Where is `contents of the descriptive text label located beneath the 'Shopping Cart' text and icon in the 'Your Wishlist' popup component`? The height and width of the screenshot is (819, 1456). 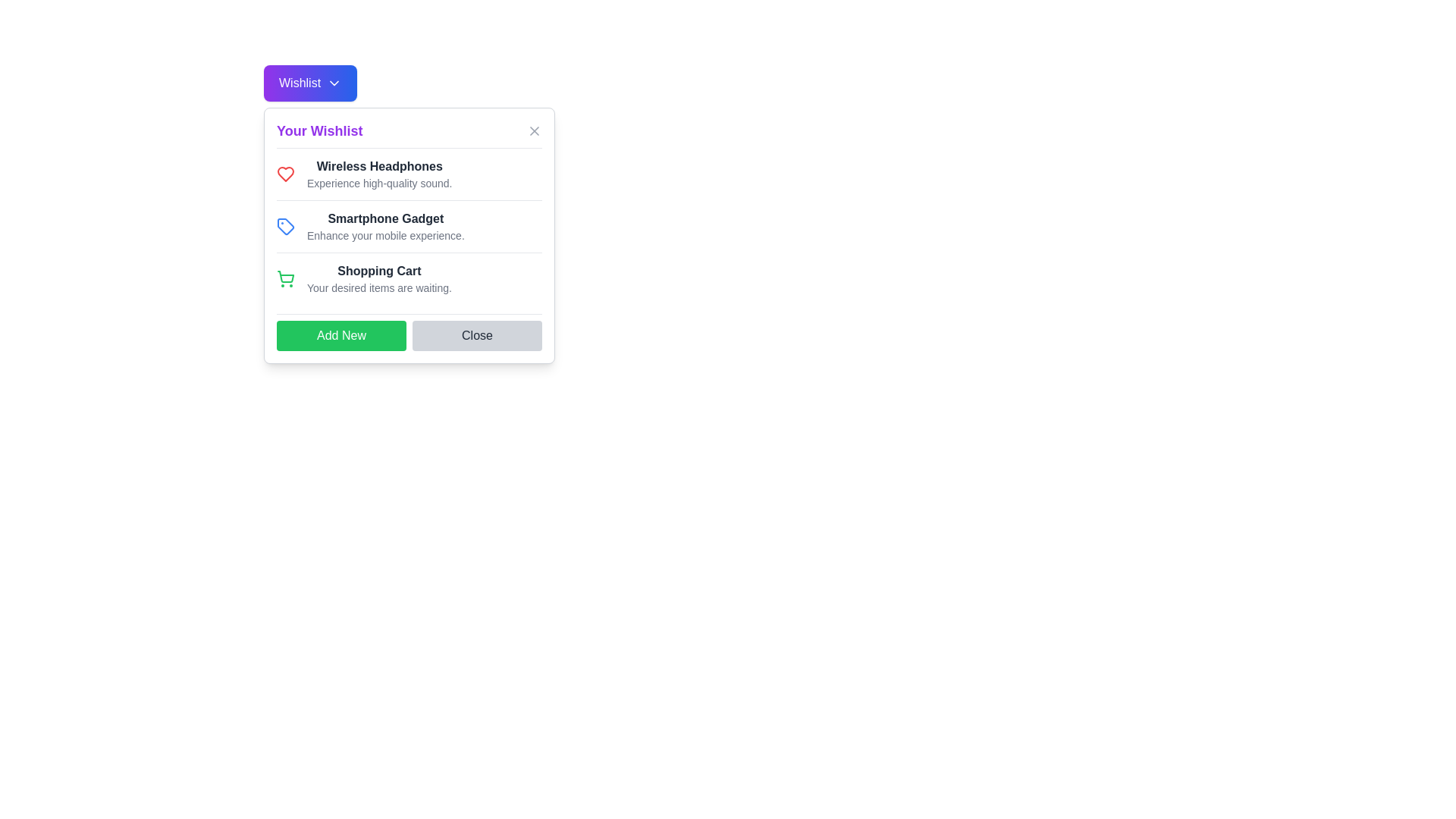 contents of the descriptive text label located beneath the 'Shopping Cart' text and icon in the 'Your Wishlist' popup component is located at coordinates (379, 288).